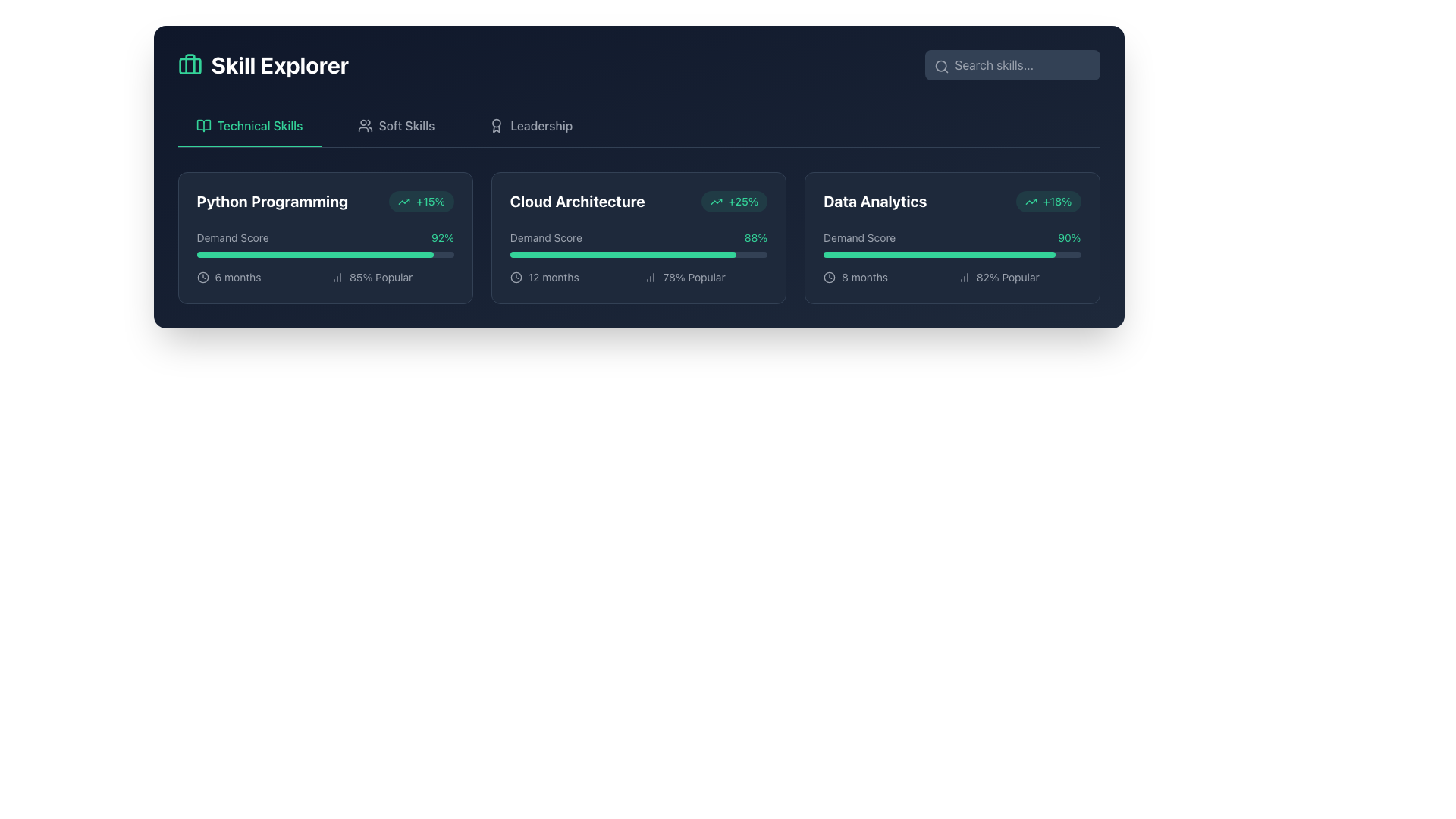 Image resolution: width=1456 pixels, height=819 pixels. I want to click on the small gray bar chart icon located to the left of the '85% Popular' text within the 'Python Programming' card, so click(337, 278).